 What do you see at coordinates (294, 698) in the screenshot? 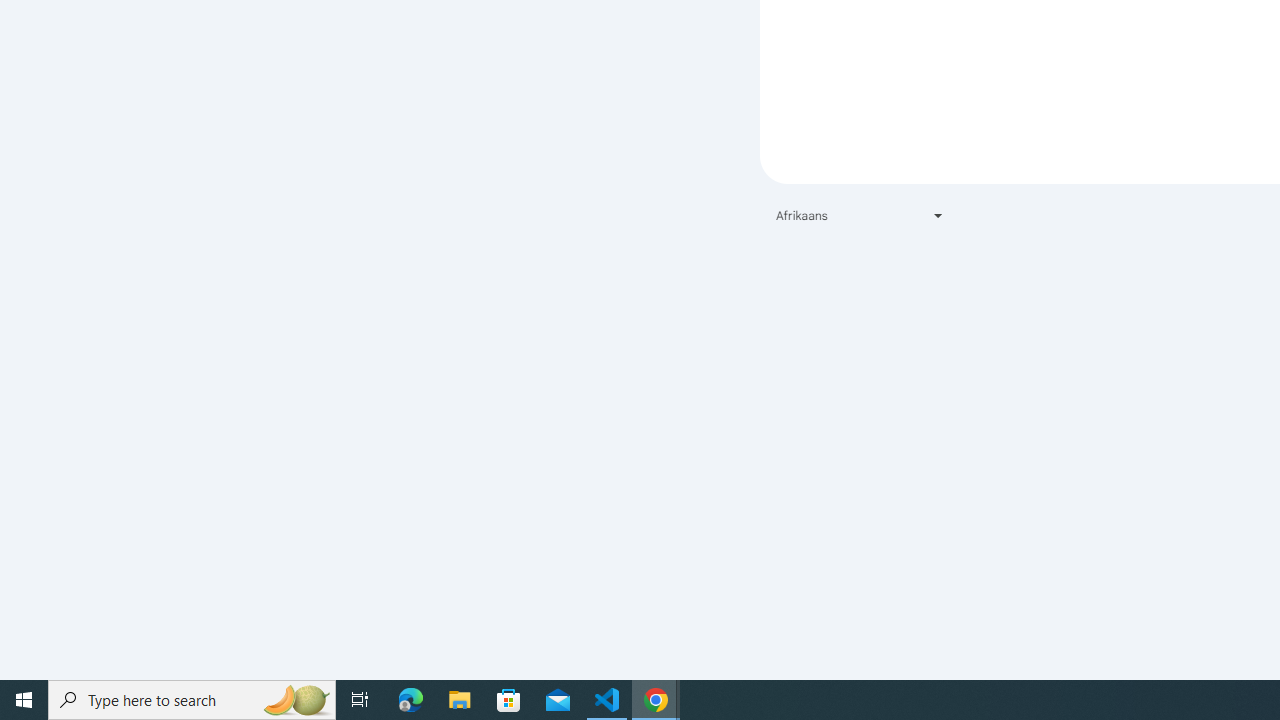
I see `'Search highlights icon opens search home window'` at bounding box center [294, 698].